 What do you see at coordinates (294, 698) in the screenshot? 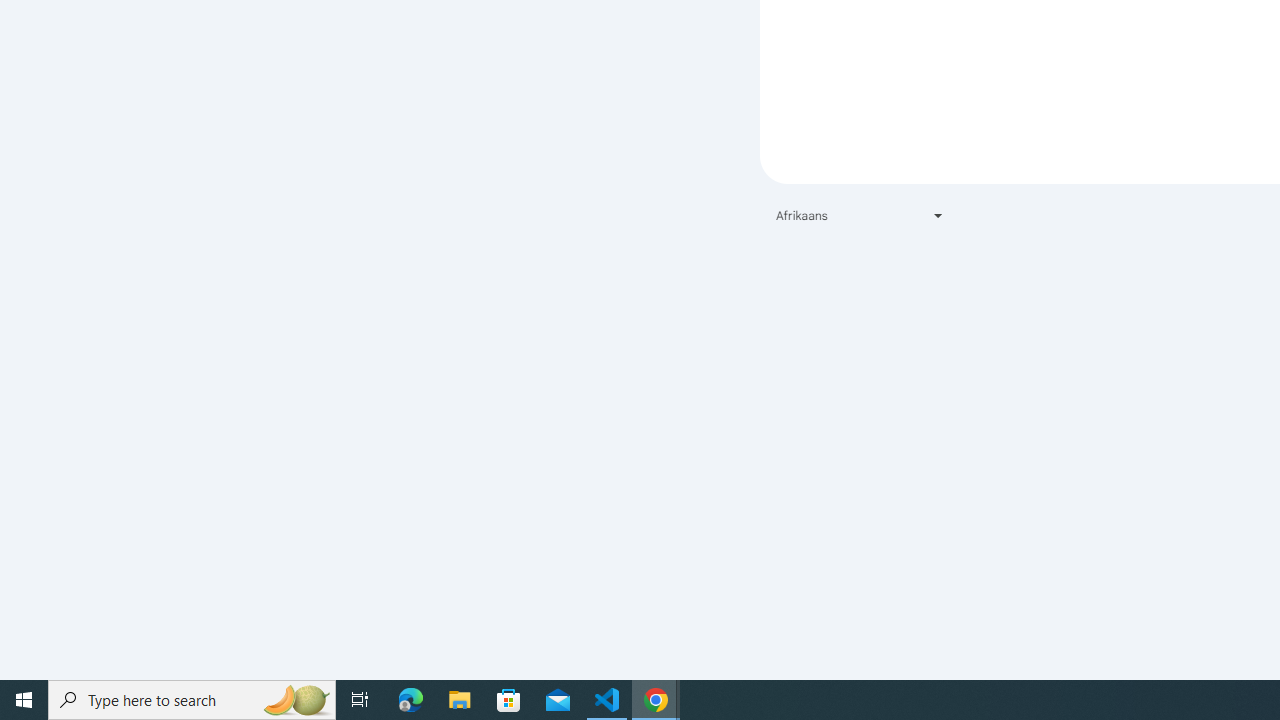
I see `'Search highlights icon opens search home window'` at bounding box center [294, 698].